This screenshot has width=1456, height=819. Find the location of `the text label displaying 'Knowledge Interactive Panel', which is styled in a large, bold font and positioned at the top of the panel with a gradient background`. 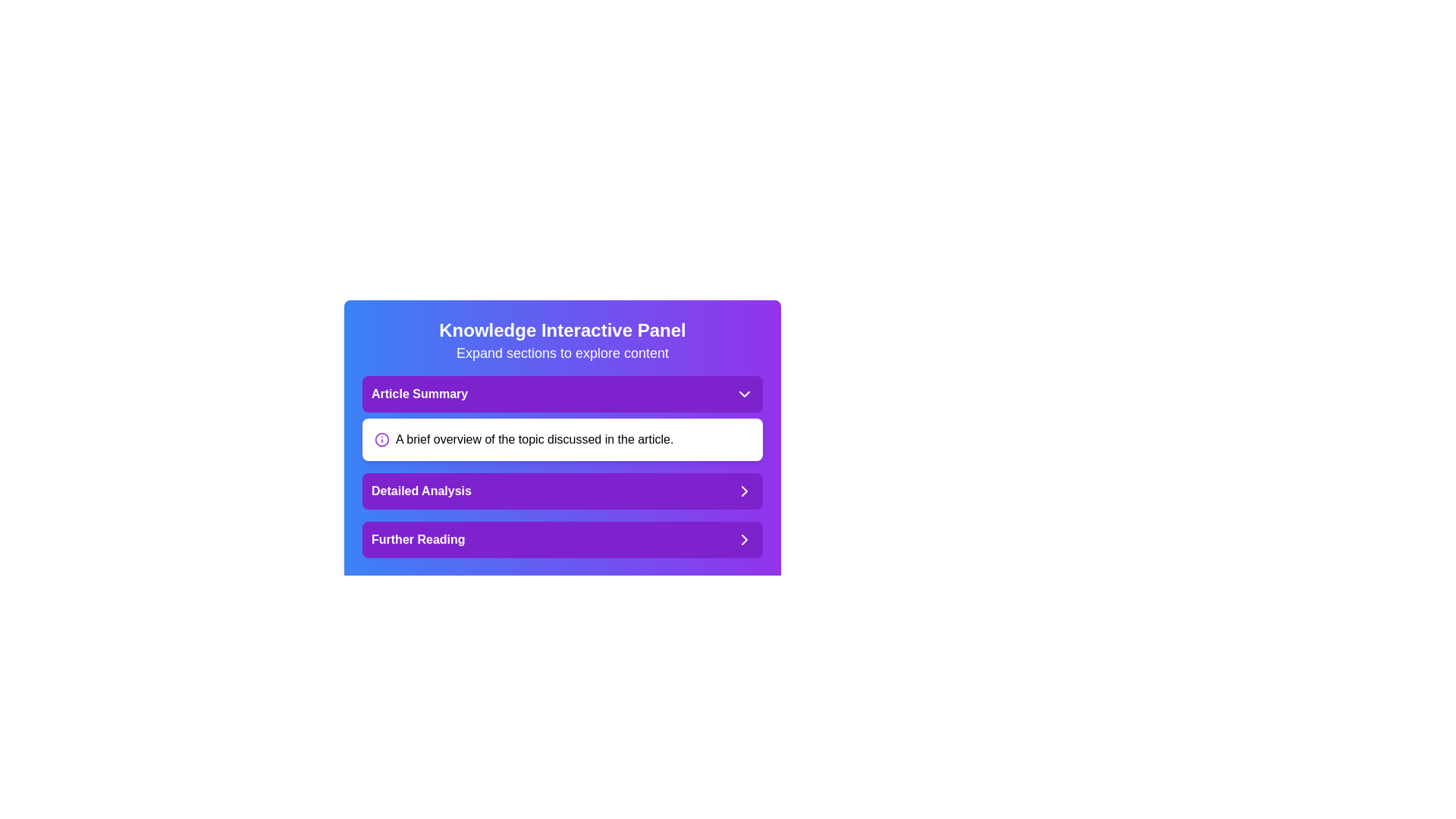

the text label displaying 'Knowledge Interactive Panel', which is styled in a large, bold font and positioned at the top of the panel with a gradient background is located at coordinates (562, 329).